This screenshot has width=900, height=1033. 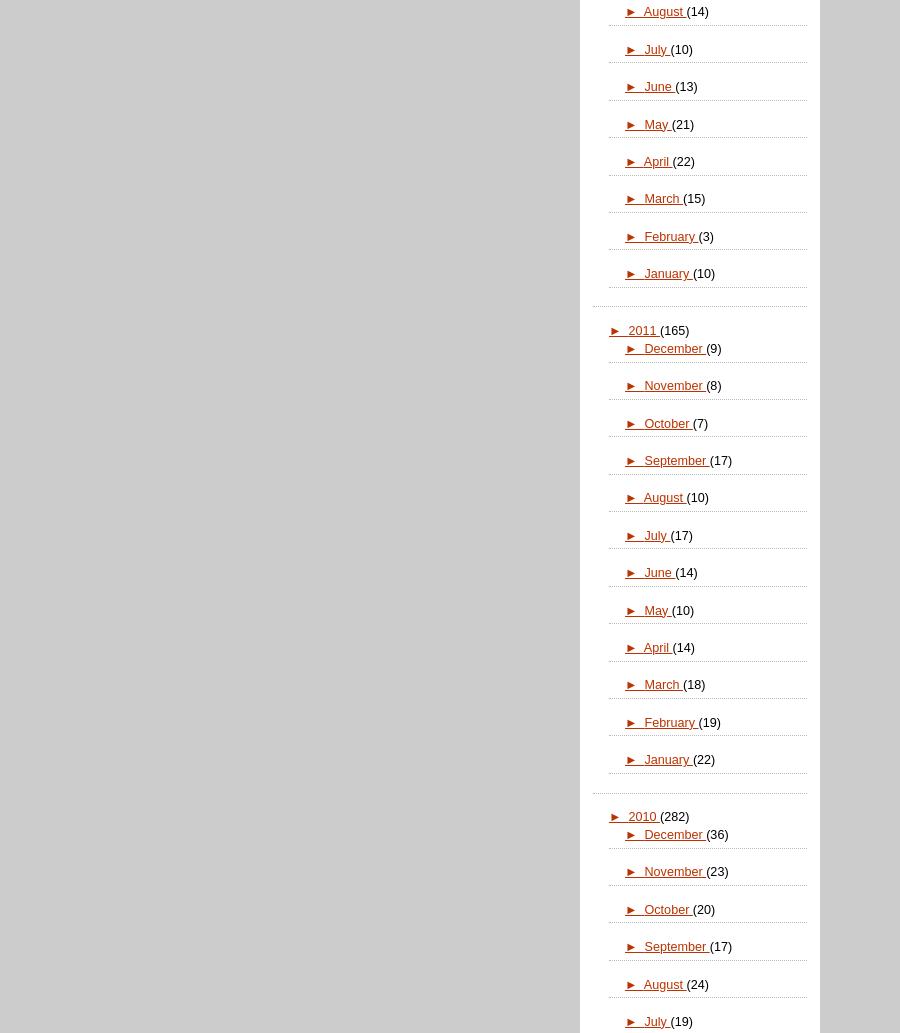 I want to click on '2010', so click(x=644, y=816).